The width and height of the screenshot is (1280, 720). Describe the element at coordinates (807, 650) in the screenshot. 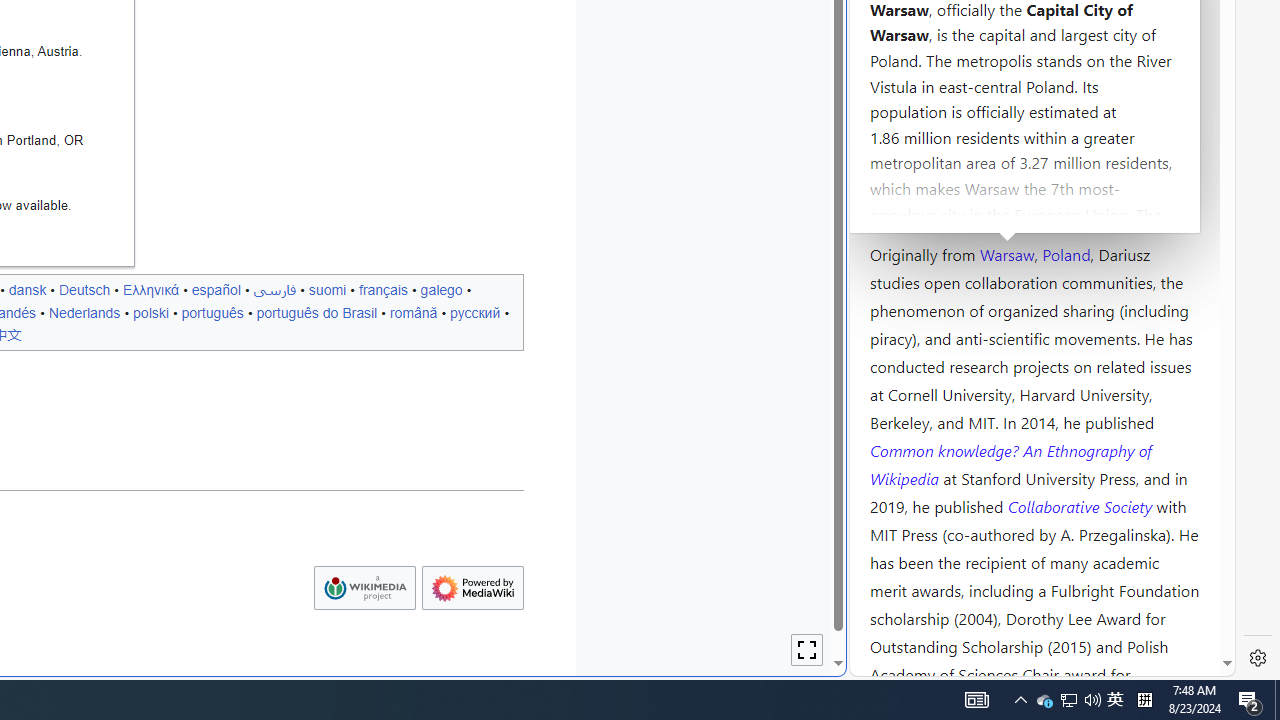

I see `'Toggle limited content width'` at that location.